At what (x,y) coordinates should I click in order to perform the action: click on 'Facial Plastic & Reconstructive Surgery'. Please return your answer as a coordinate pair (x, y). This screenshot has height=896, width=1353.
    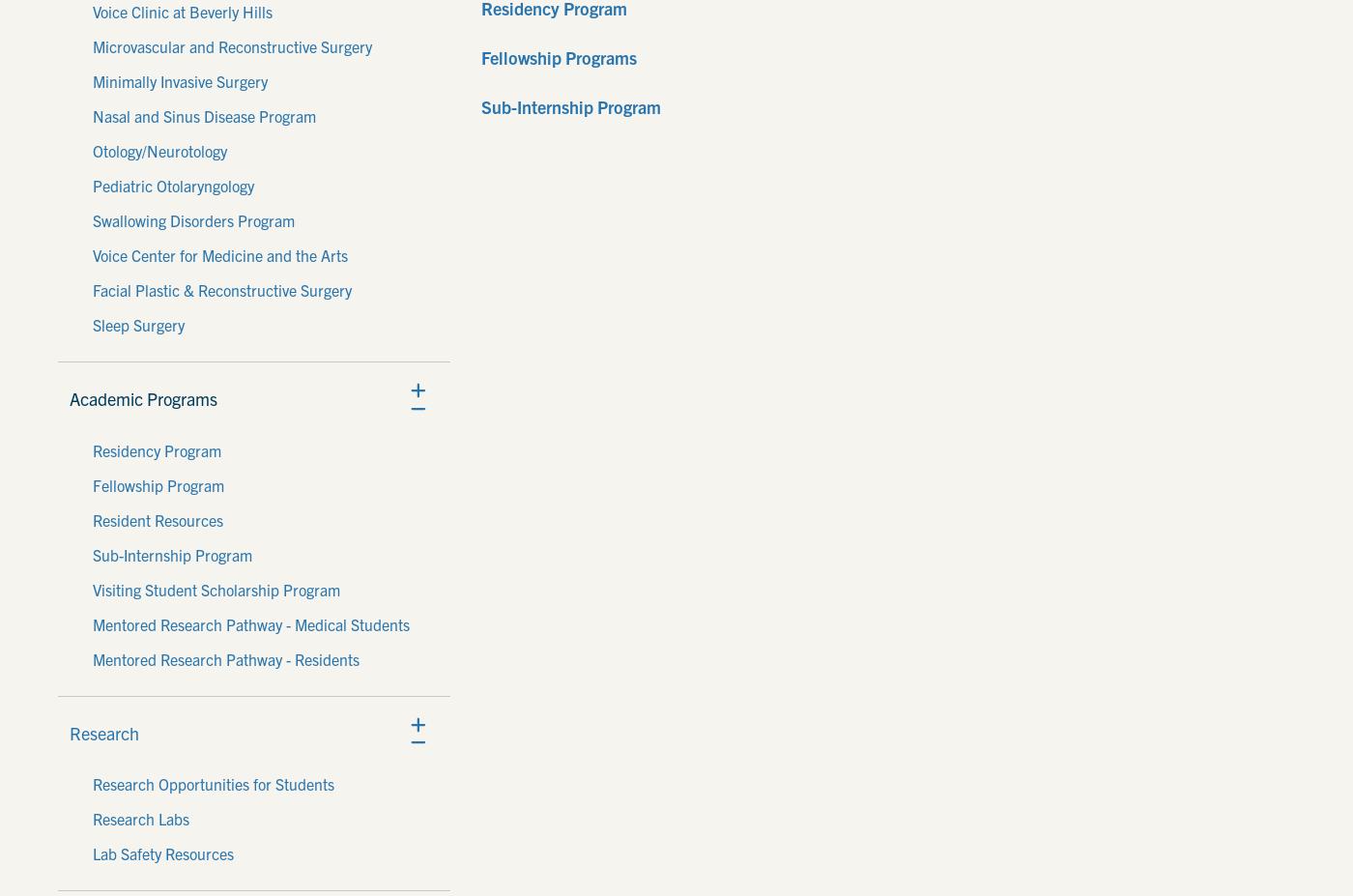
    Looking at the image, I should click on (222, 289).